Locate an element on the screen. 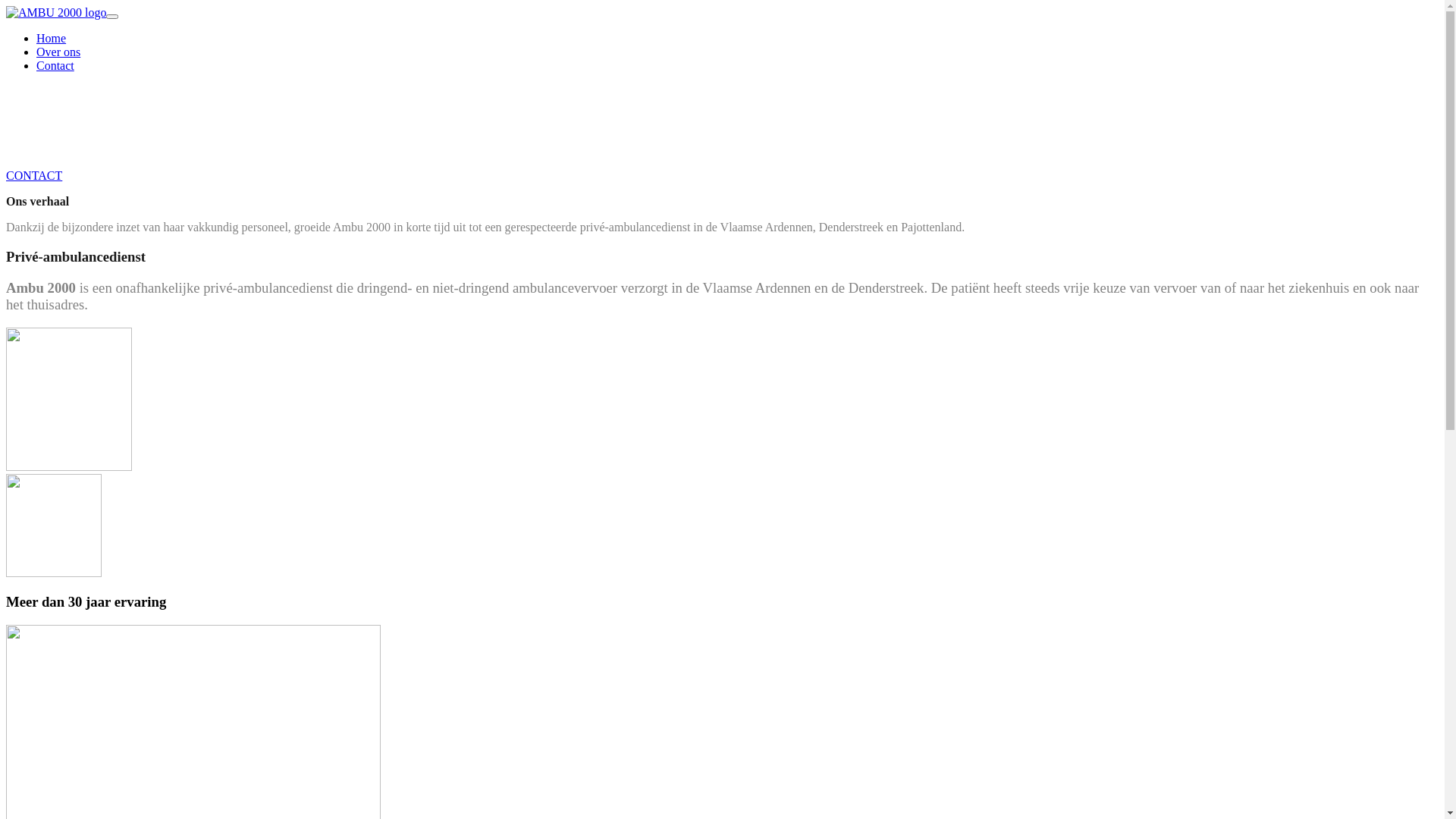  'CONTACT' is located at coordinates (6, 174).